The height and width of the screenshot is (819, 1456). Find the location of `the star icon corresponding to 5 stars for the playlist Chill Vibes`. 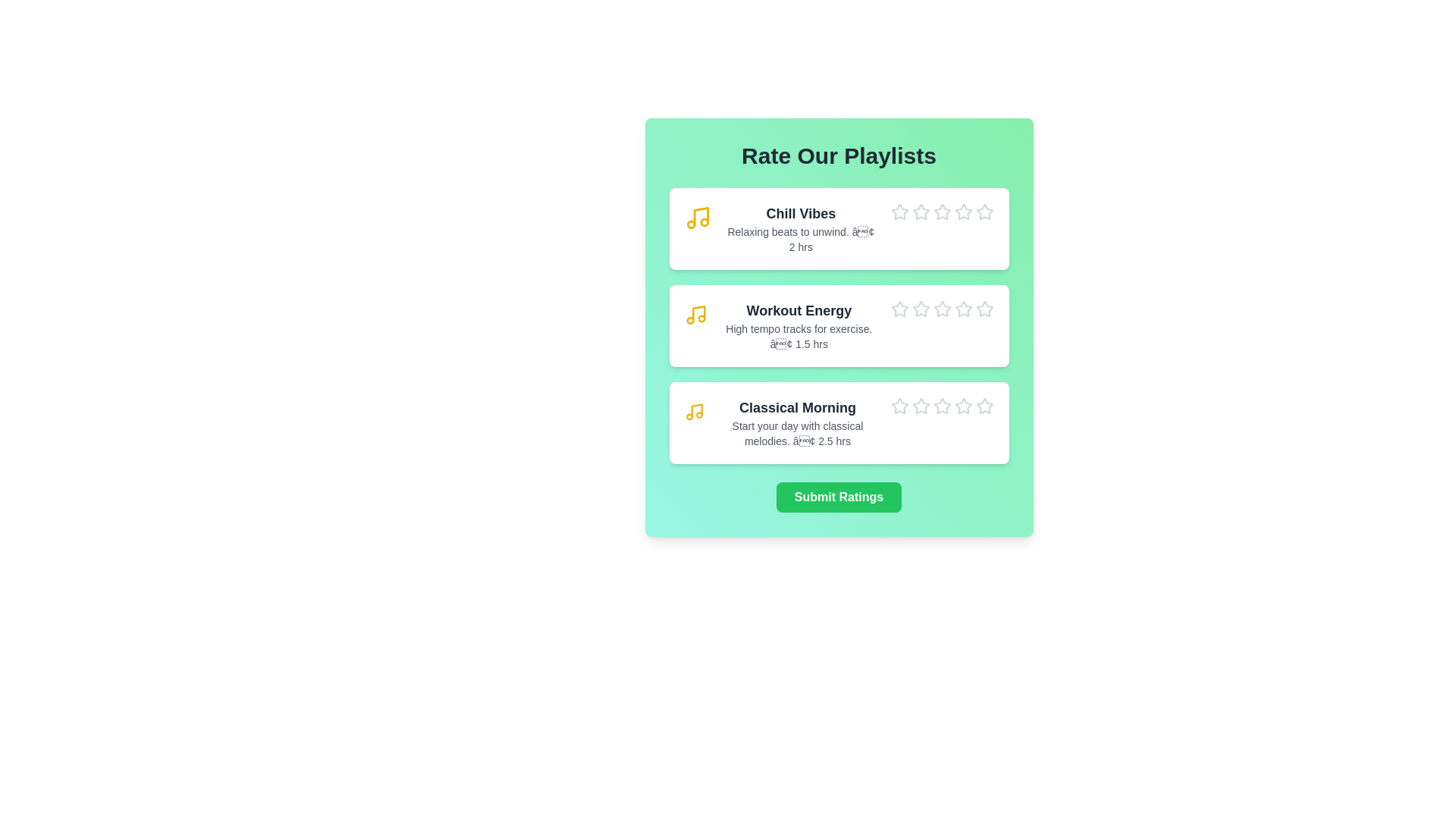

the star icon corresponding to 5 stars for the playlist Chill Vibes is located at coordinates (975, 202).